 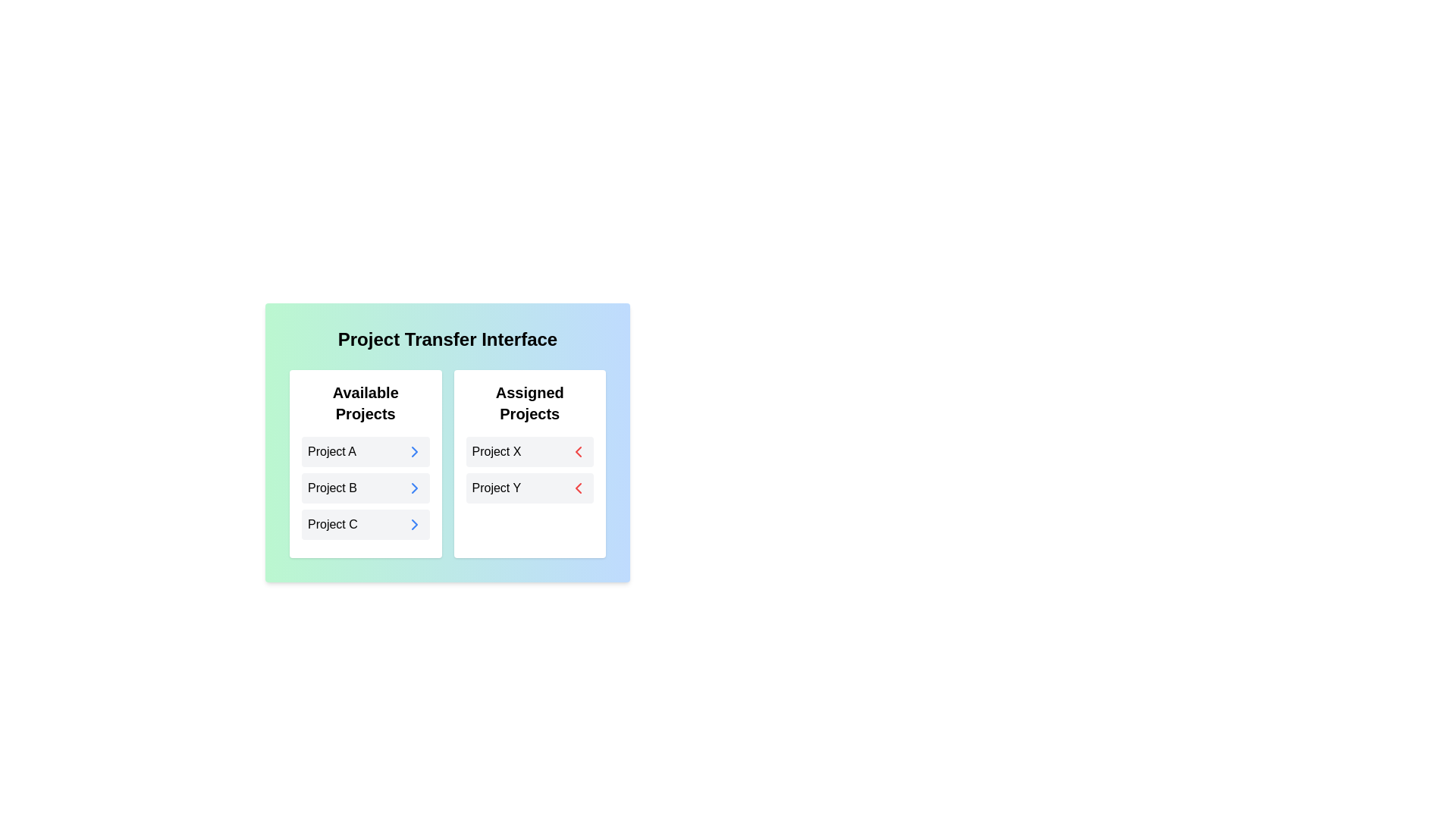 I want to click on the chevron icon indicating an available interaction for 'Project A' in the 'Available Projects' panel, so click(x=414, y=451).